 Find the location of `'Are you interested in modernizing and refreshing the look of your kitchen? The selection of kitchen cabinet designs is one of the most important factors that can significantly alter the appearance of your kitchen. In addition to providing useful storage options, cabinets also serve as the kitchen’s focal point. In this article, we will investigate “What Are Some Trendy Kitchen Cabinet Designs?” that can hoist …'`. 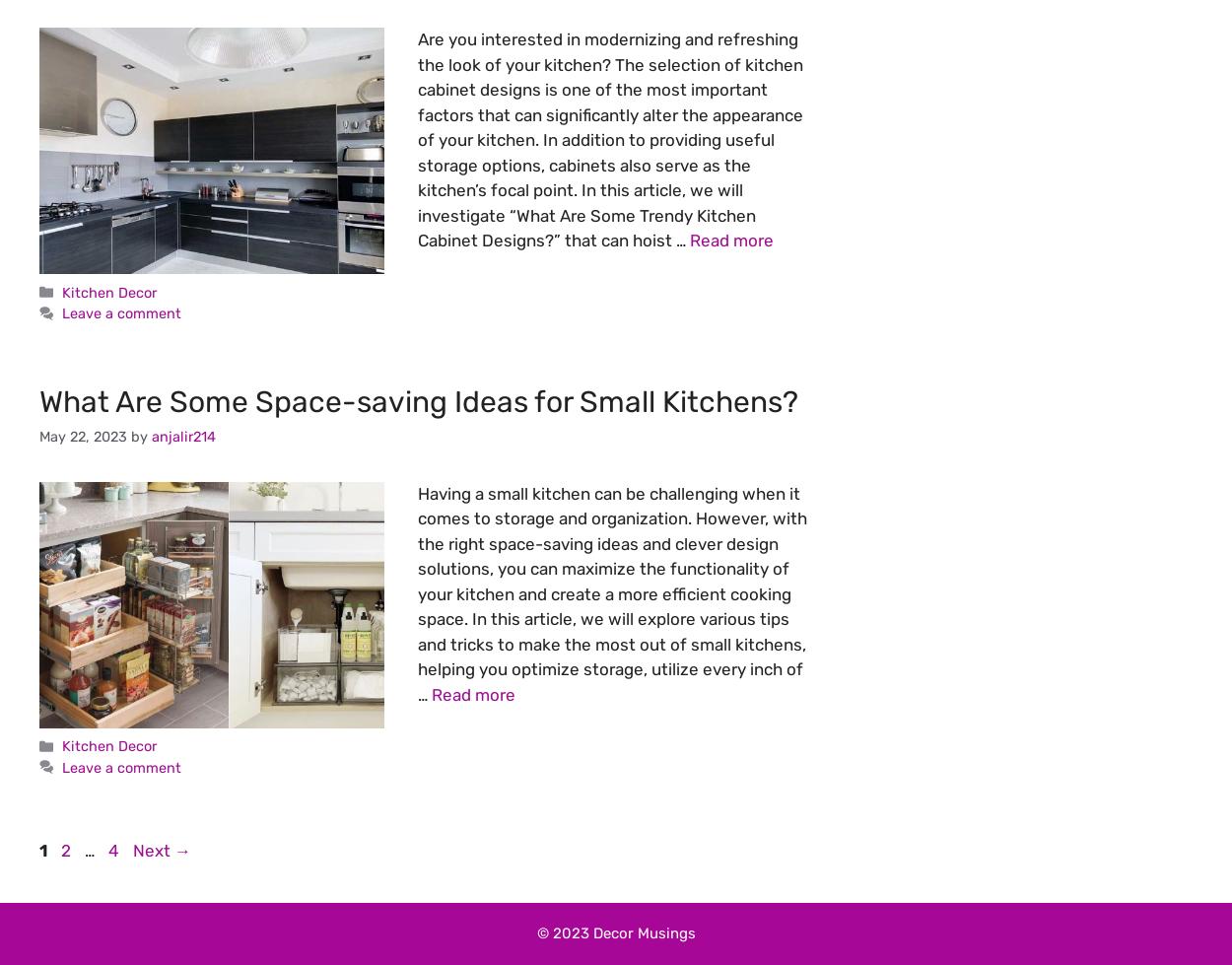

'Are you interested in modernizing and refreshing the look of your kitchen? The selection of kitchen cabinet designs is one of the most important factors that can significantly alter the appearance of your kitchen. In addition to providing useful storage options, cabinets also serve as the kitchen’s focal point. In this article, we will investigate “What Are Some Trendy Kitchen Cabinet Designs?” that can hoist …' is located at coordinates (609, 139).